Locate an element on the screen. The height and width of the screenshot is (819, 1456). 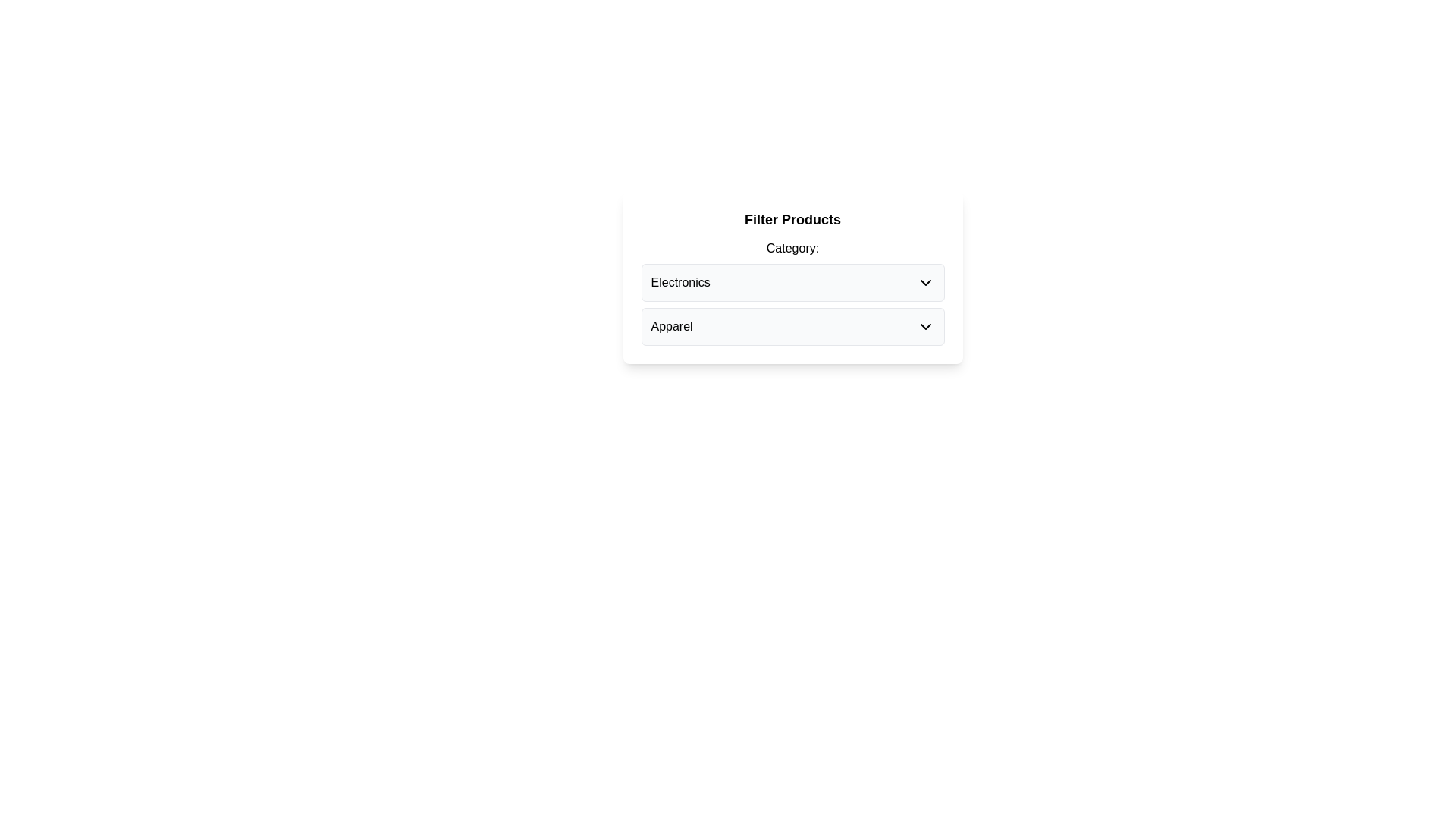
the 'Apparel' text label within the dropdown menu is located at coordinates (671, 326).